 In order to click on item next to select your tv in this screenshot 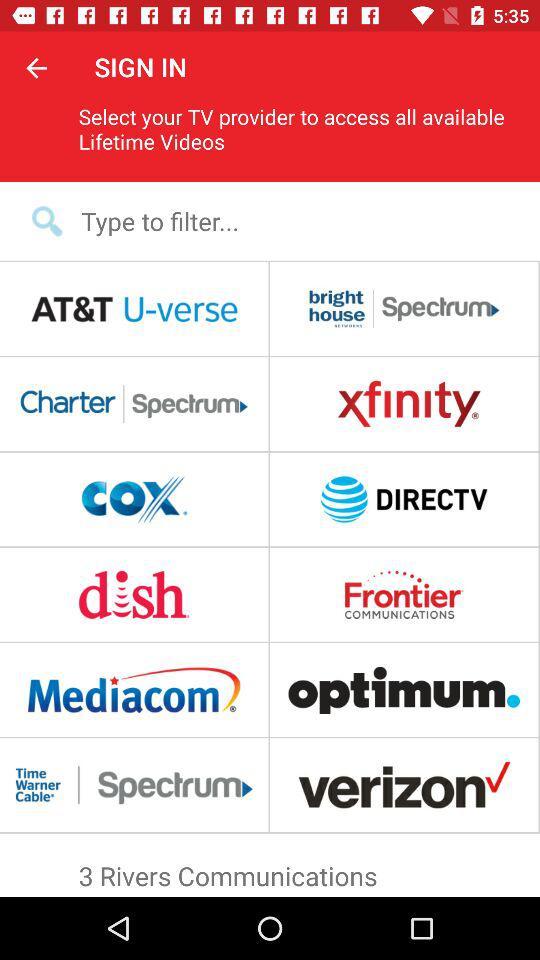, I will do `click(36, 67)`.